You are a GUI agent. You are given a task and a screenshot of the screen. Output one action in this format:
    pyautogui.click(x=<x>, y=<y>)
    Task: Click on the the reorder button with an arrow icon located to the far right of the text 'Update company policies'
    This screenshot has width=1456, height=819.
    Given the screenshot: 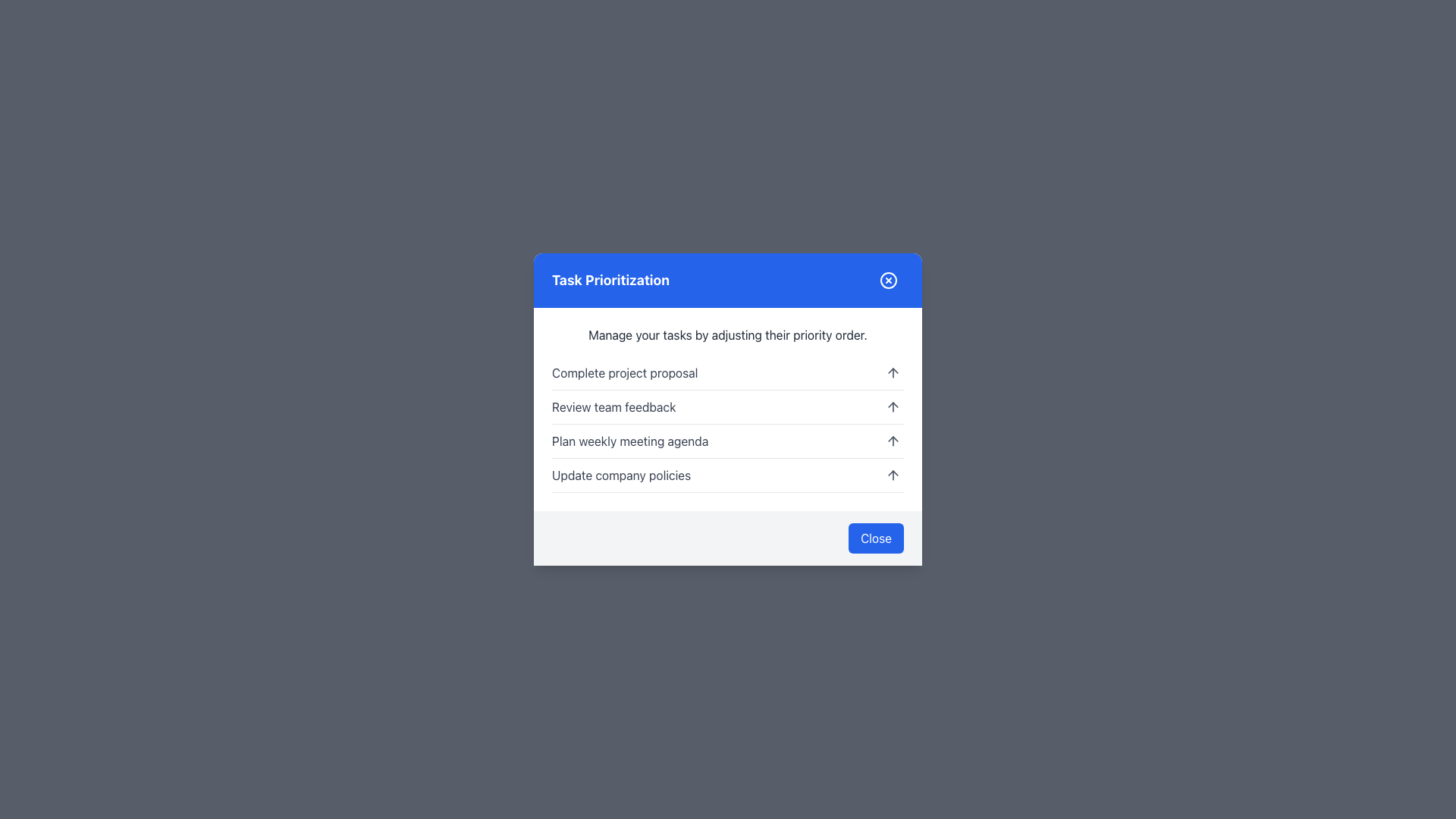 What is the action you would take?
    pyautogui.click(x=893, y=475)
    